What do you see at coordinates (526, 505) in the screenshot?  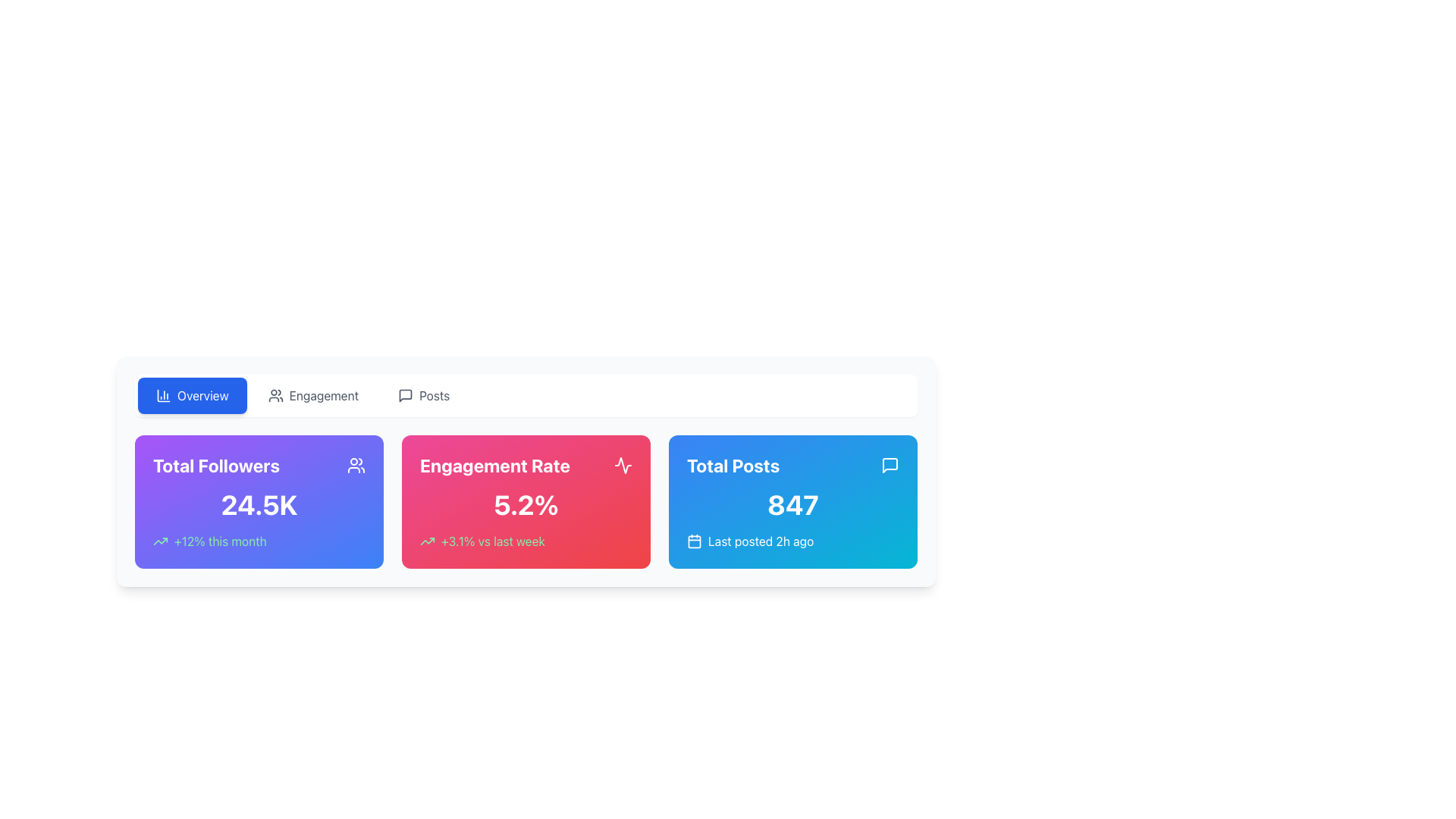 I see `the prominent text label displaying '5.2%' that is styled in bold white text on a pink to red gradient background within the 'Engagement Rate' card` at bounding box center [526, 505].